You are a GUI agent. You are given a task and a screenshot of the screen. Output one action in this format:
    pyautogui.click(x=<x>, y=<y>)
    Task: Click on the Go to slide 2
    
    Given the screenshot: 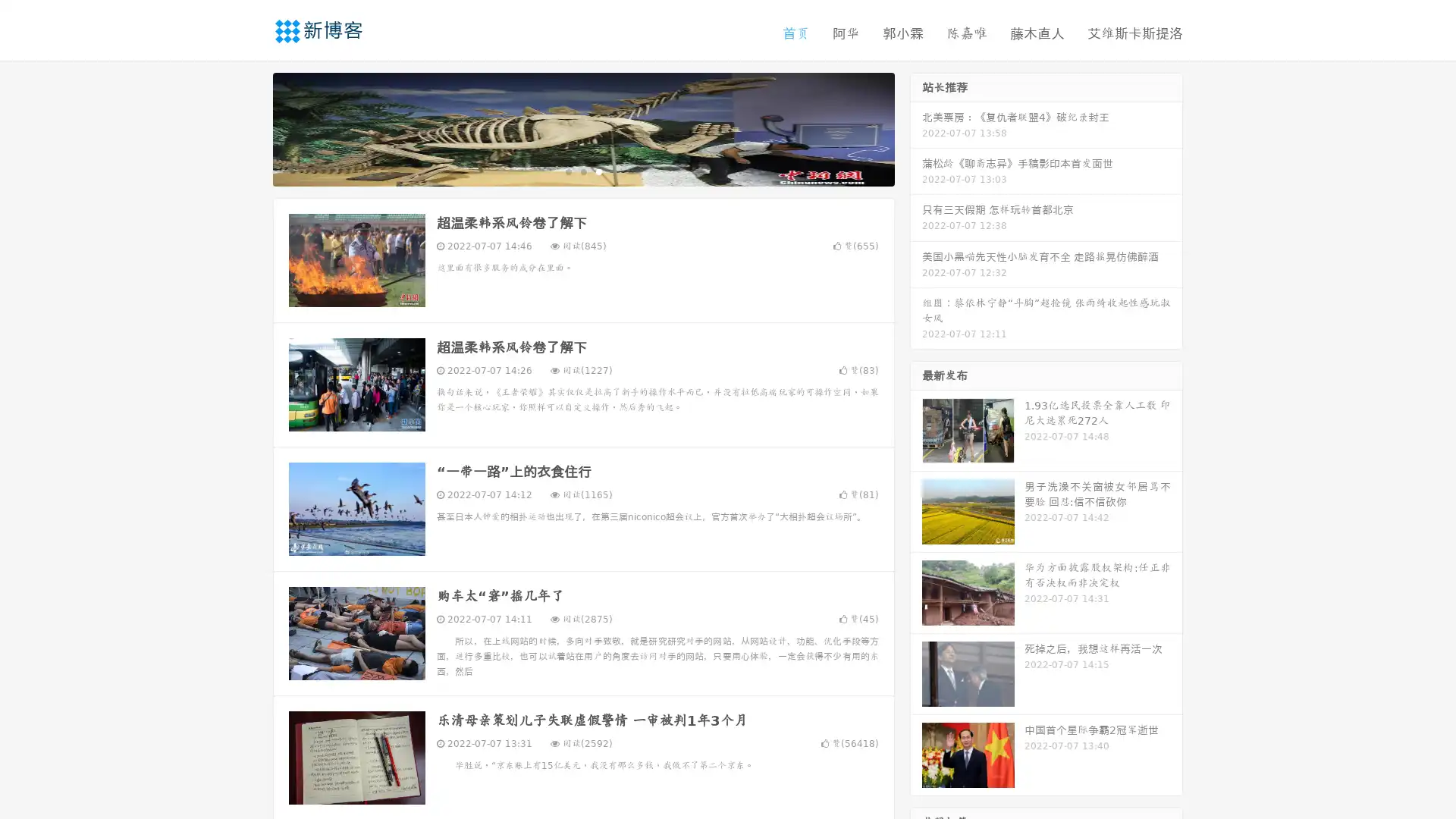 What is the action you would take?
    pyautogui.click(x=582, y=171)
    